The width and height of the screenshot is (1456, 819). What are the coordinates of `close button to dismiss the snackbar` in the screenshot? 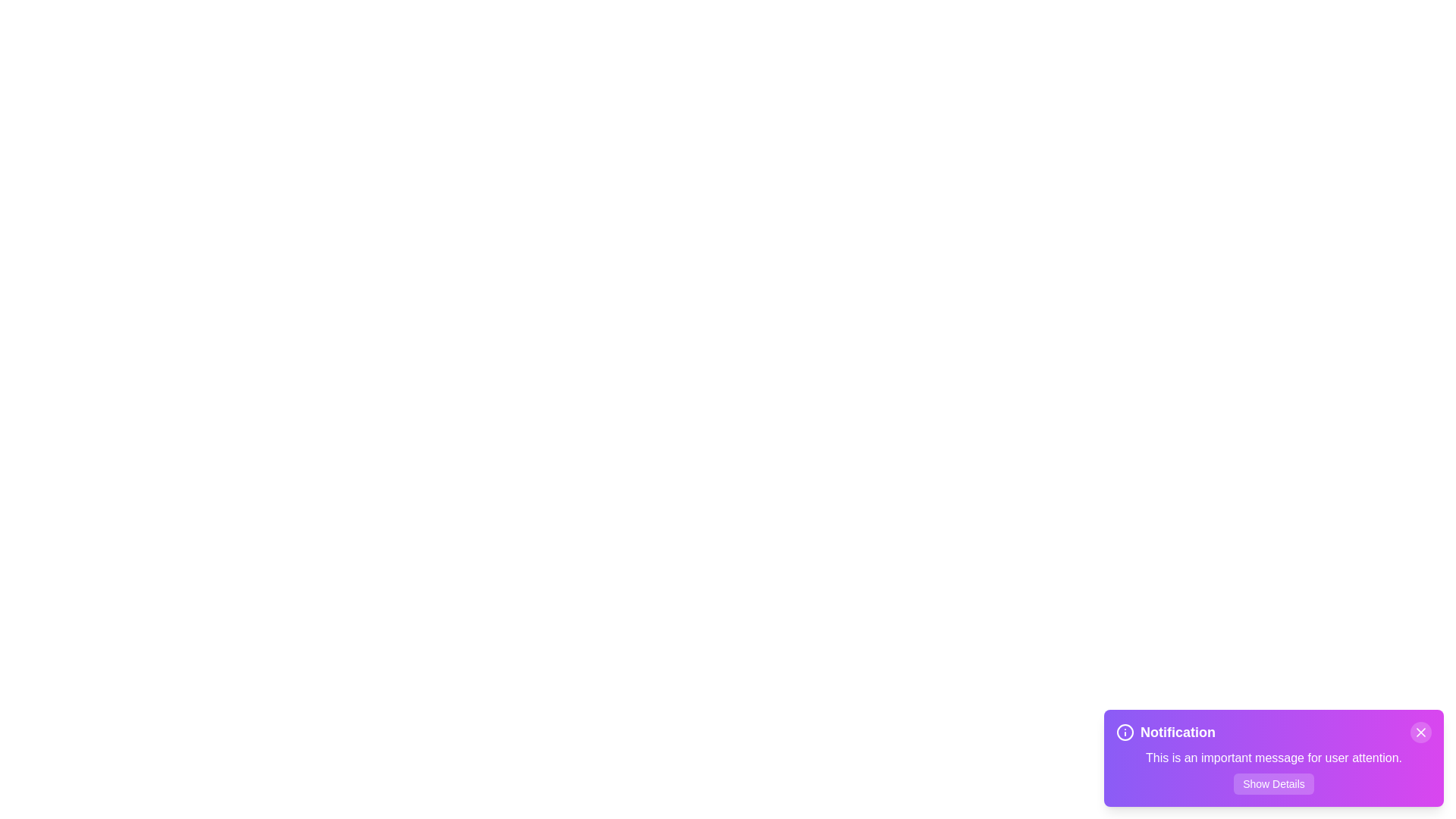 It's located at (1420, 731).